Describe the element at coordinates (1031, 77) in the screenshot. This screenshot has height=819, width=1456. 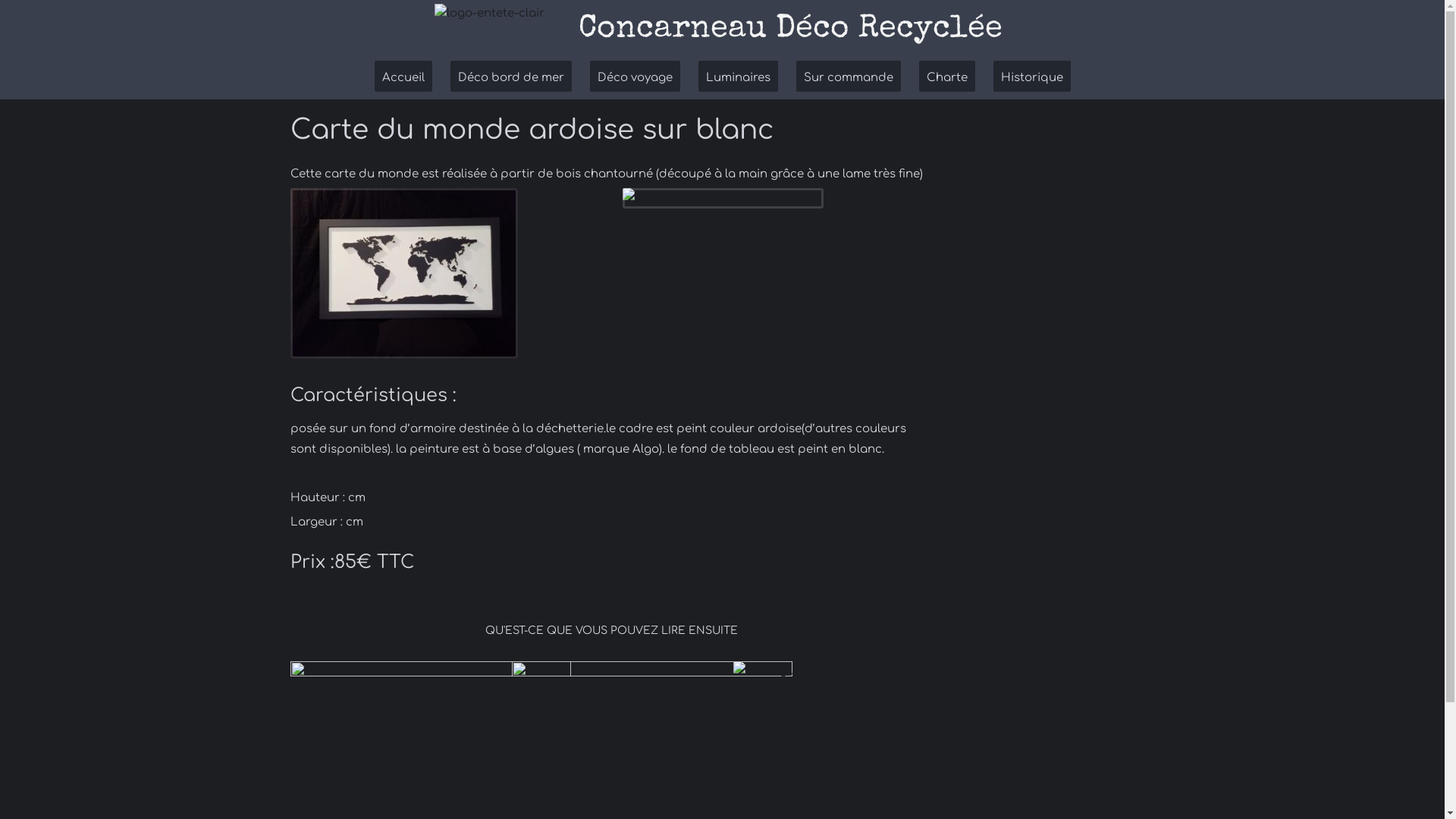
I see `'Historique'` at that location.